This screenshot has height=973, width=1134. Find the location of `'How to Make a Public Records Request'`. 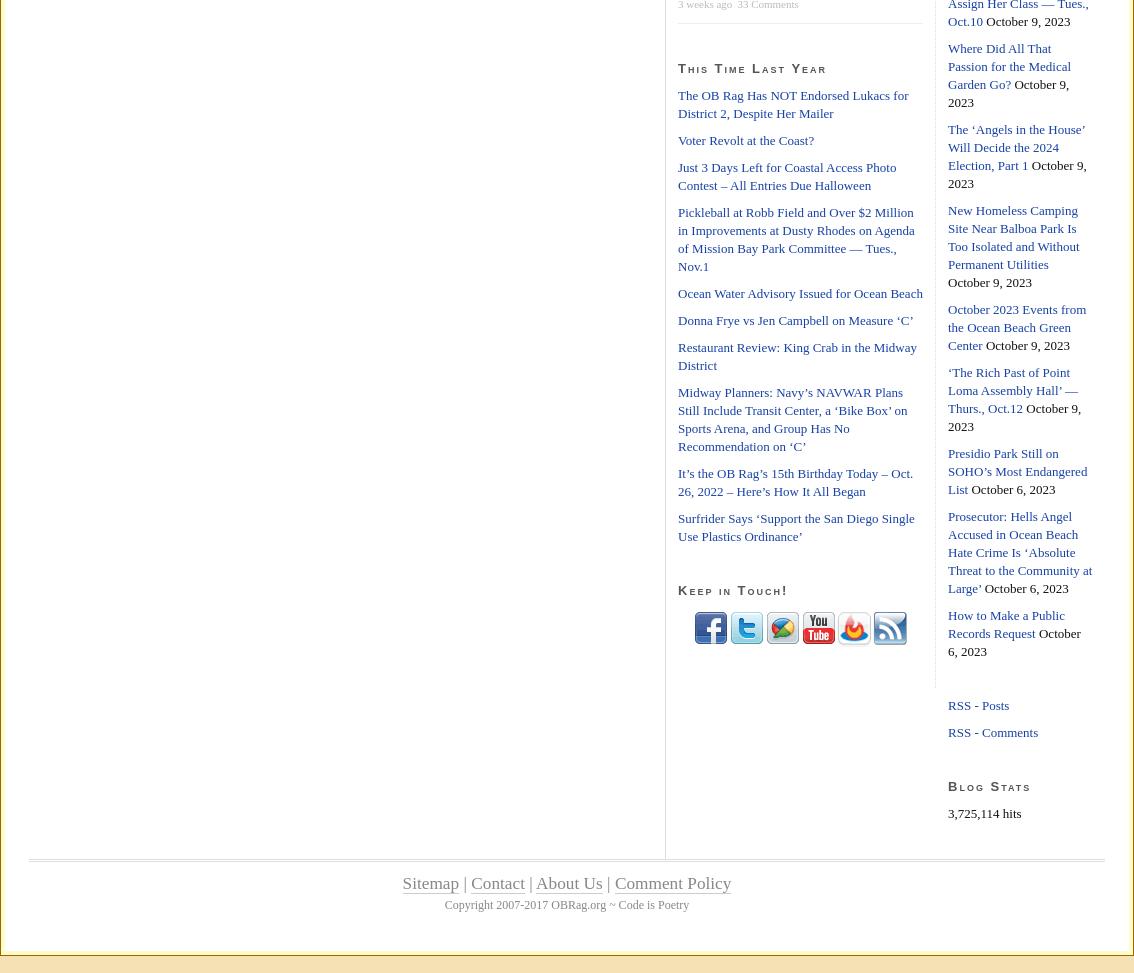

'How to Make a Public Records Request' is located at coordinates (1004, 624).